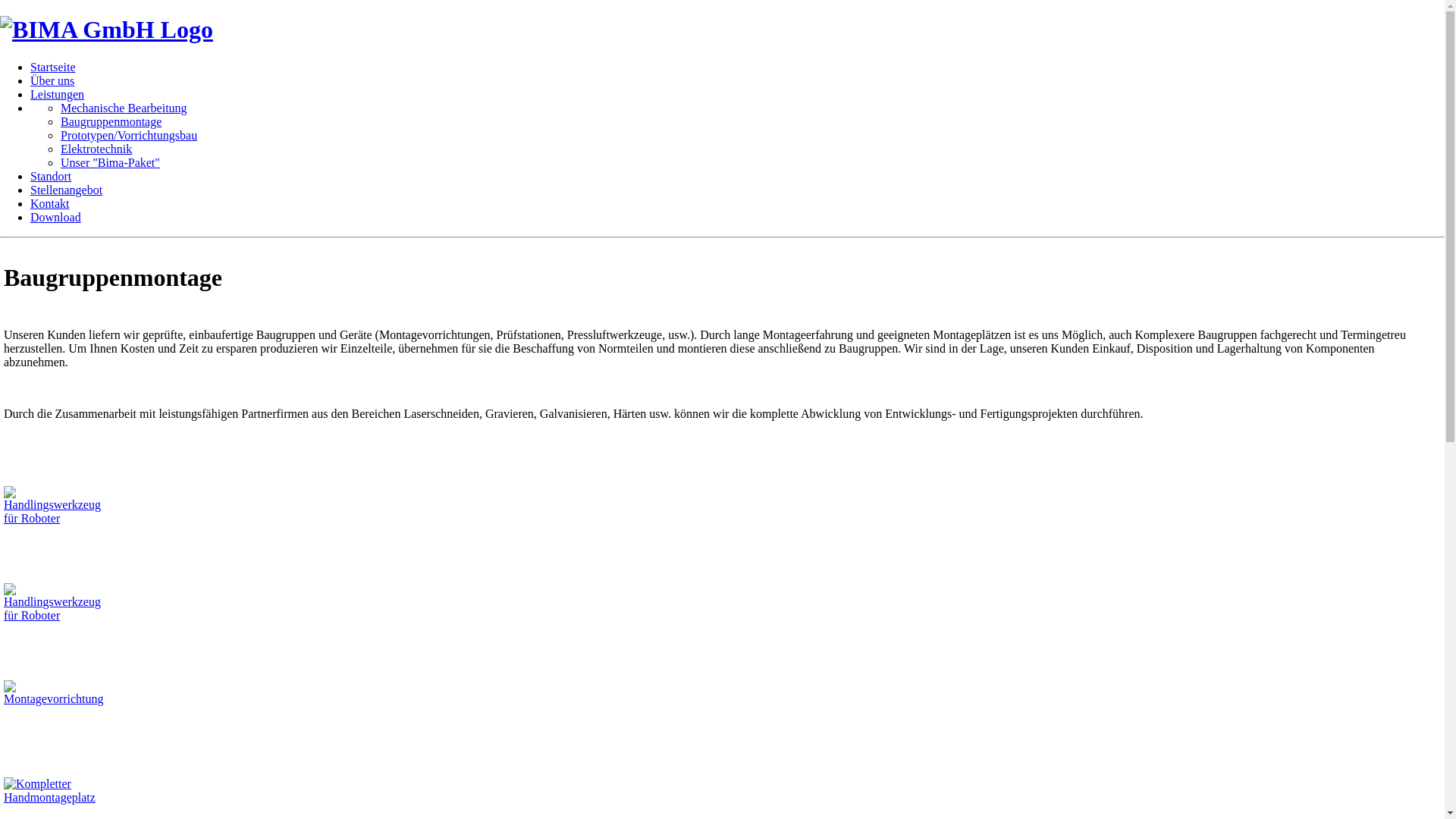 The image size is (1456, 819). I want to click on 'Leistungen', so click(57, 94).